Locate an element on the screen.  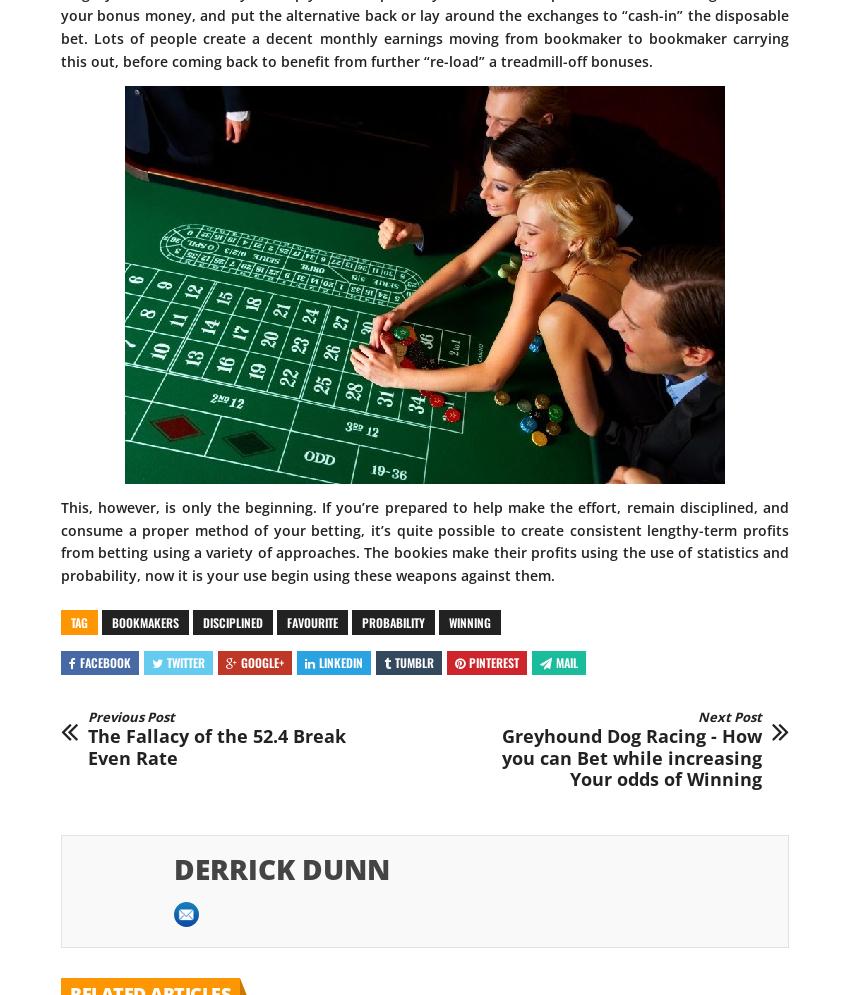
'Next Post' is located at coordinates (729, 716).